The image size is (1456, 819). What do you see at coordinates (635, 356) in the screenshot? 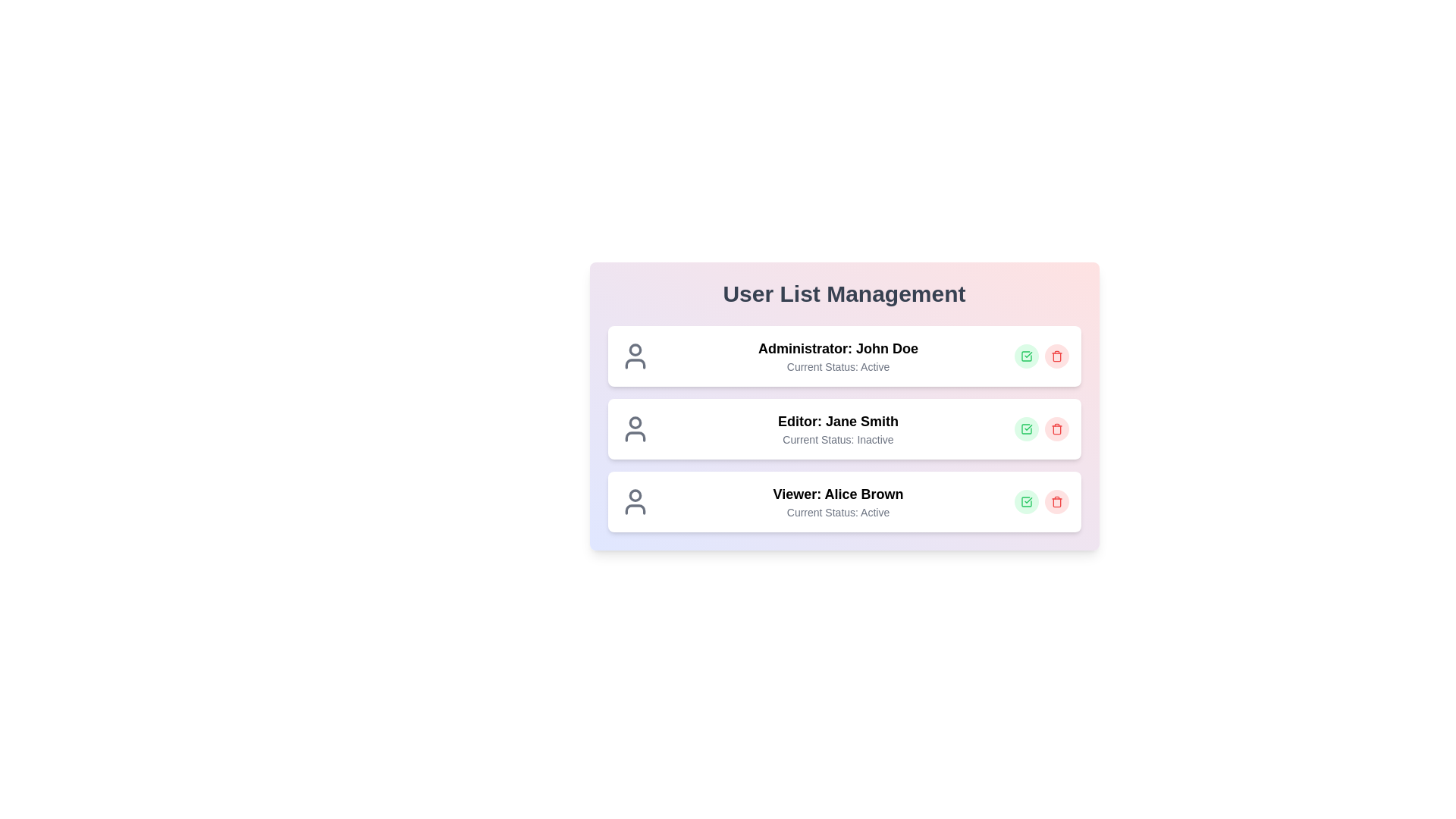
I see `the user silhouette icon, which is a minimalist outline style icon located at the far left side of the first user entry in the user list, aligned with the text 'Administrator: John Doe'` at bounding box center [635, 356].